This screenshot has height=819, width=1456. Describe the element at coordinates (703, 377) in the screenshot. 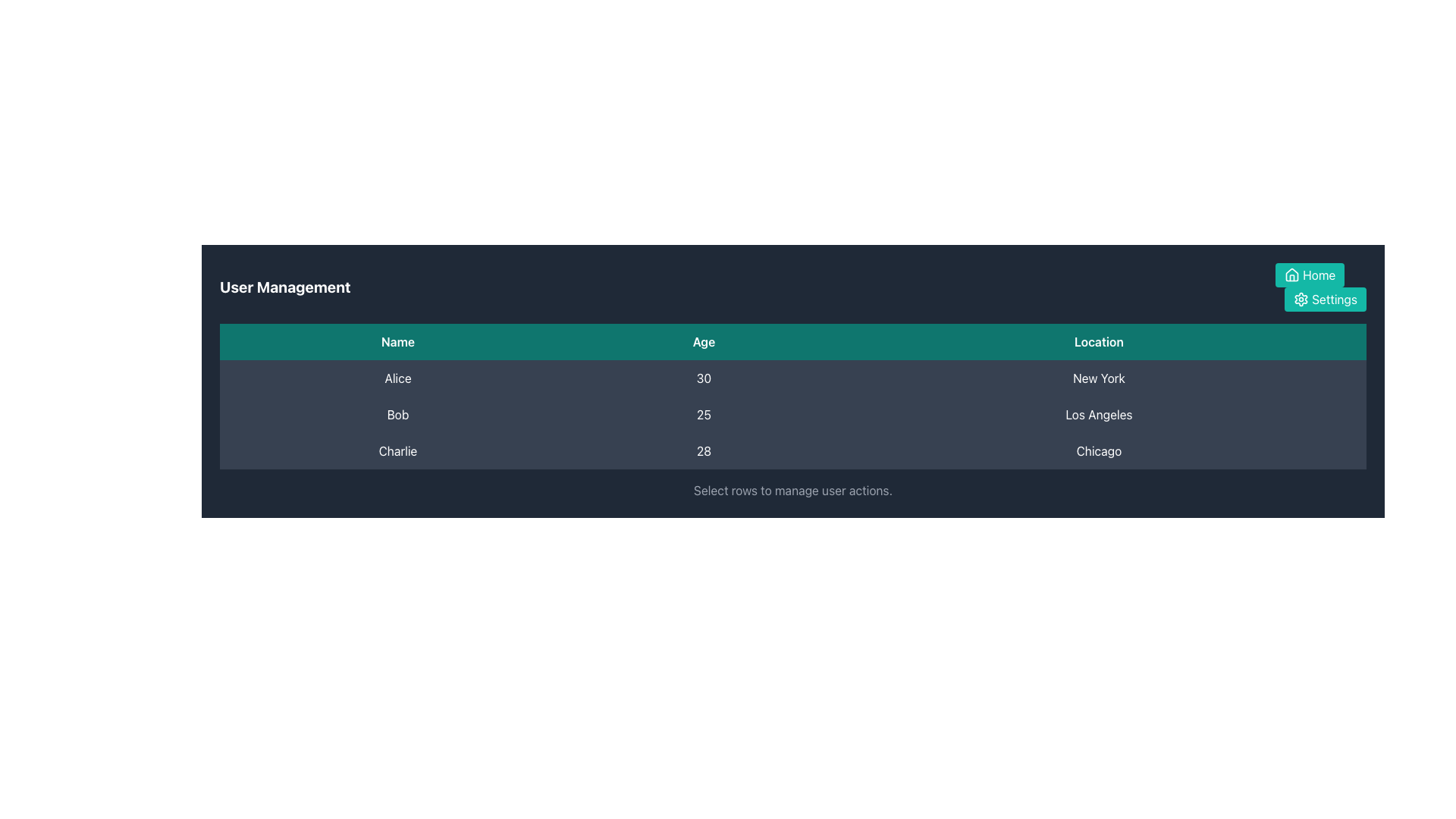

I see `the text displaying the age '30' of the individual named Alice, which is located in the second column of the first row of the data table` at that location.